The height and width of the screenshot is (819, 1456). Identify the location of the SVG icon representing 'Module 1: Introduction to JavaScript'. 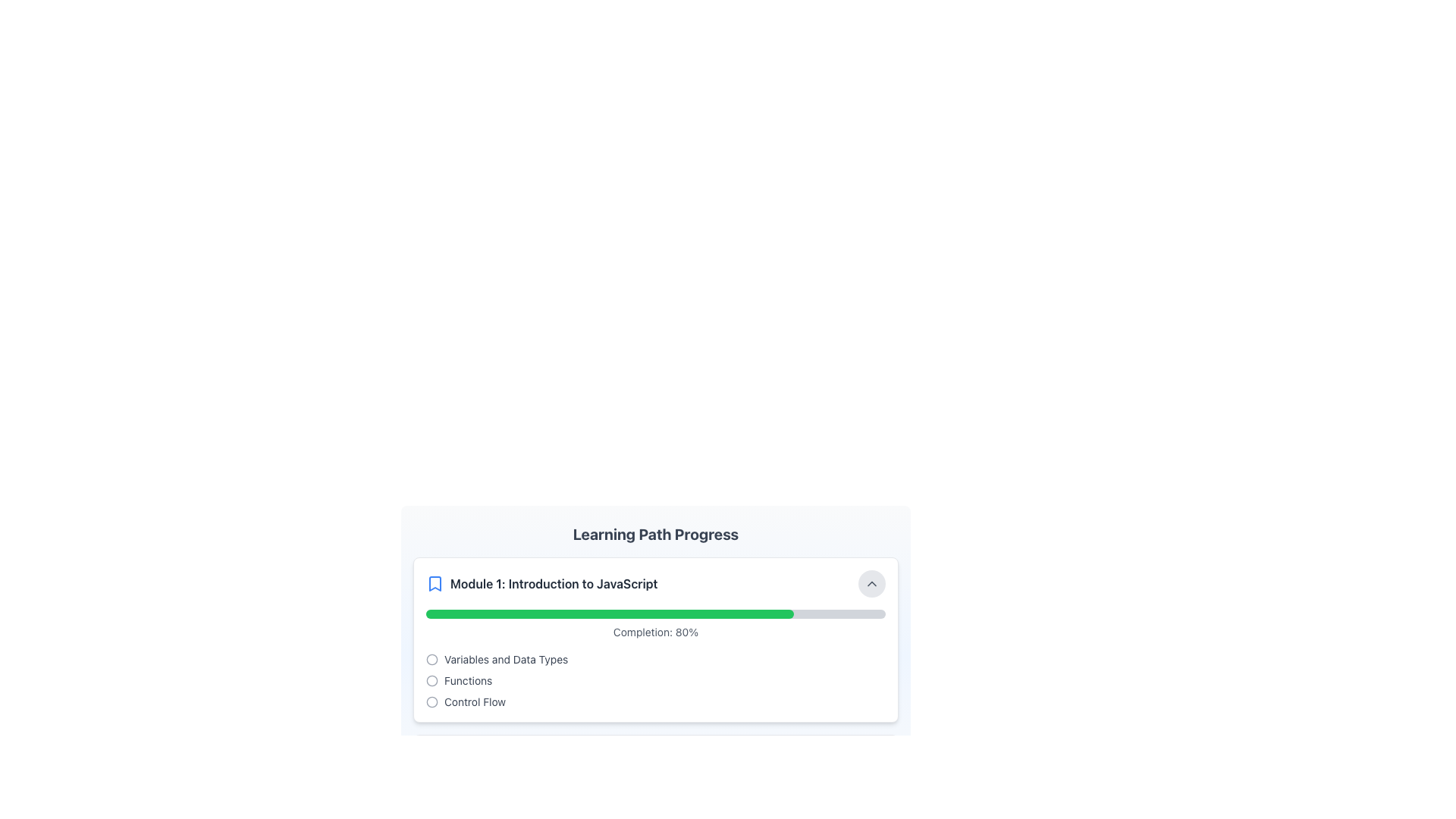
(435, 583).